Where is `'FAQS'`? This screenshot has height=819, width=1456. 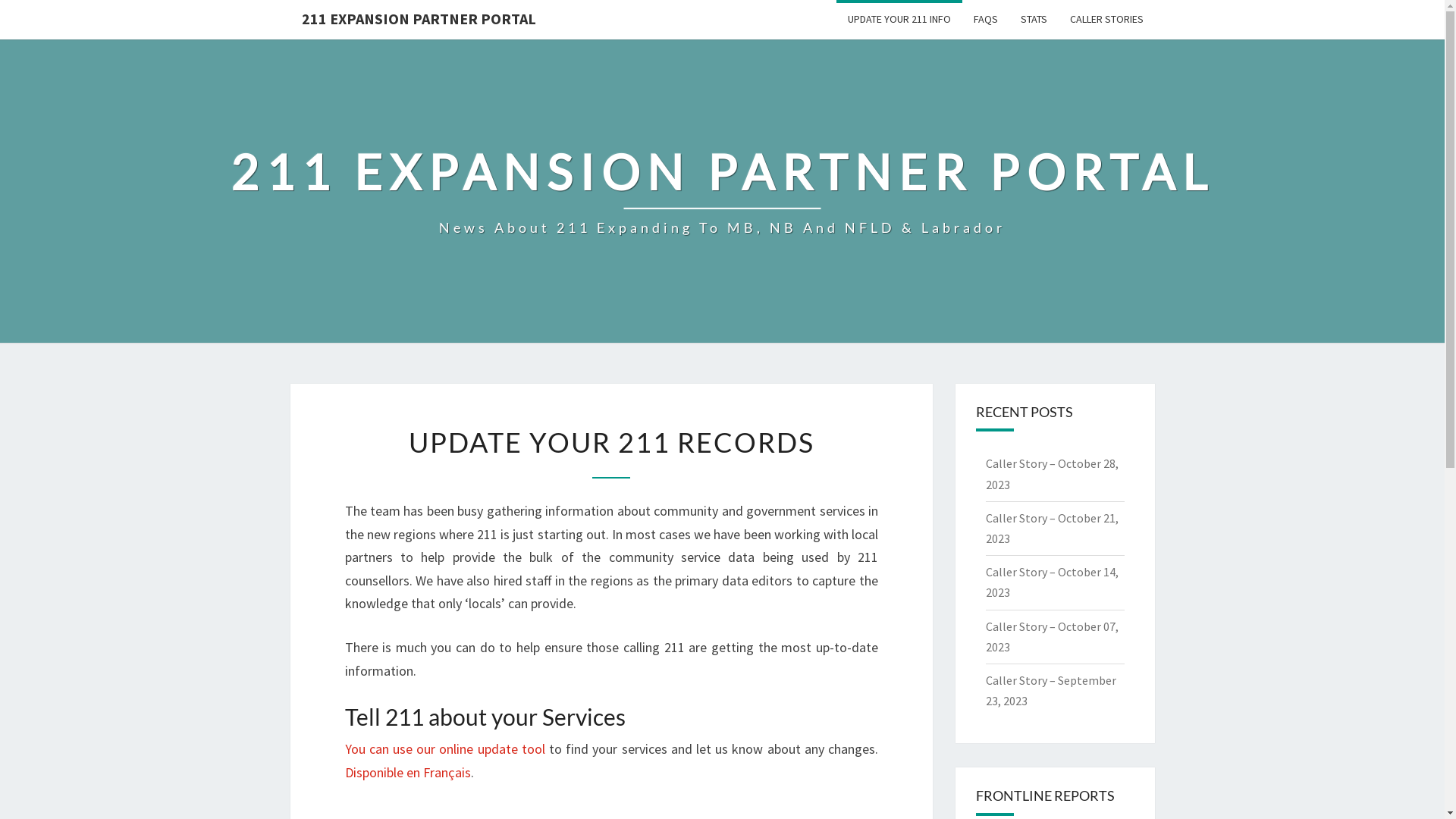
'FAQS' is located at coordinates (985, 20).